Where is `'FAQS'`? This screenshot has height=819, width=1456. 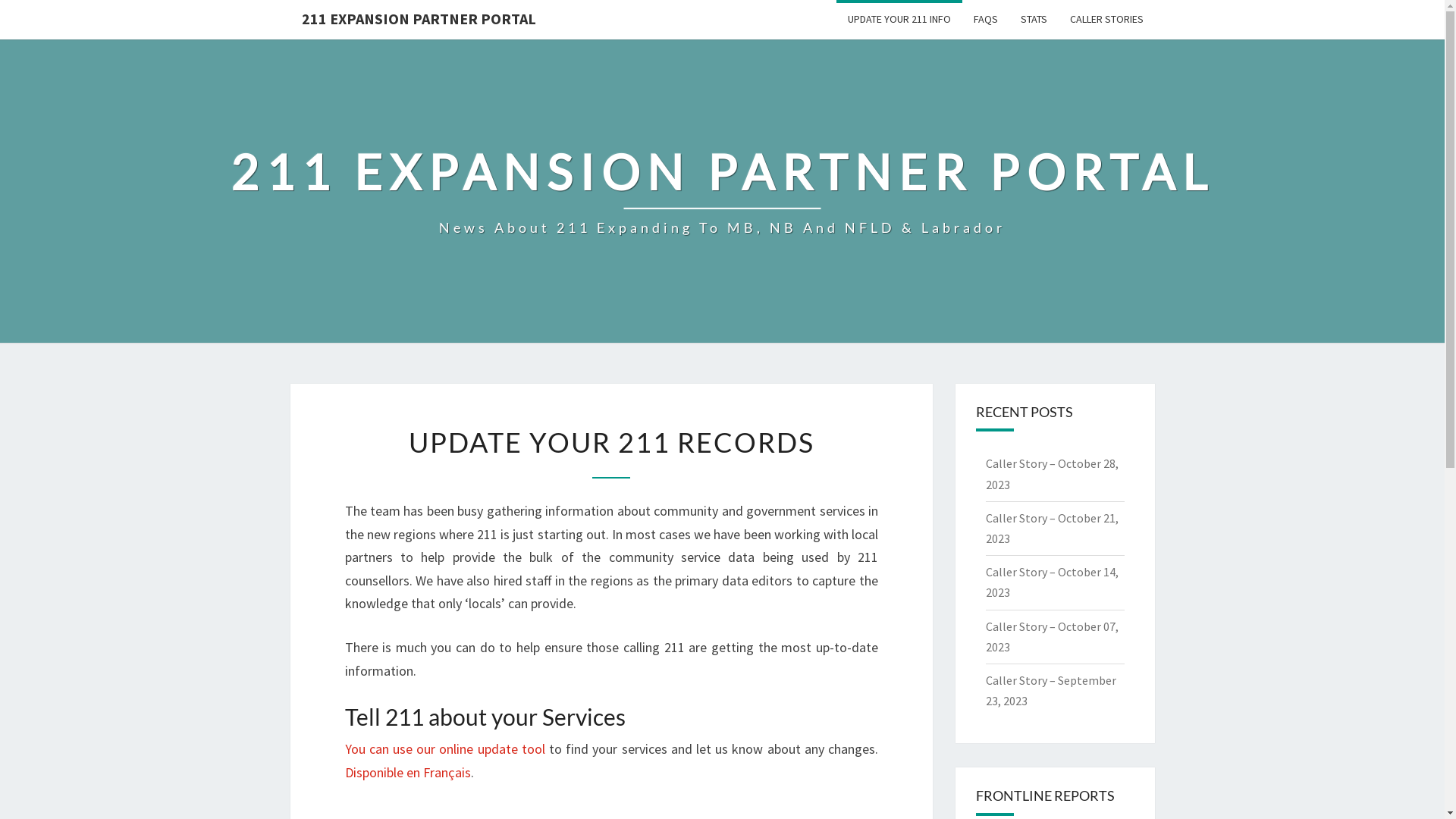
'FAQS' is located at coordinates (985, 20).